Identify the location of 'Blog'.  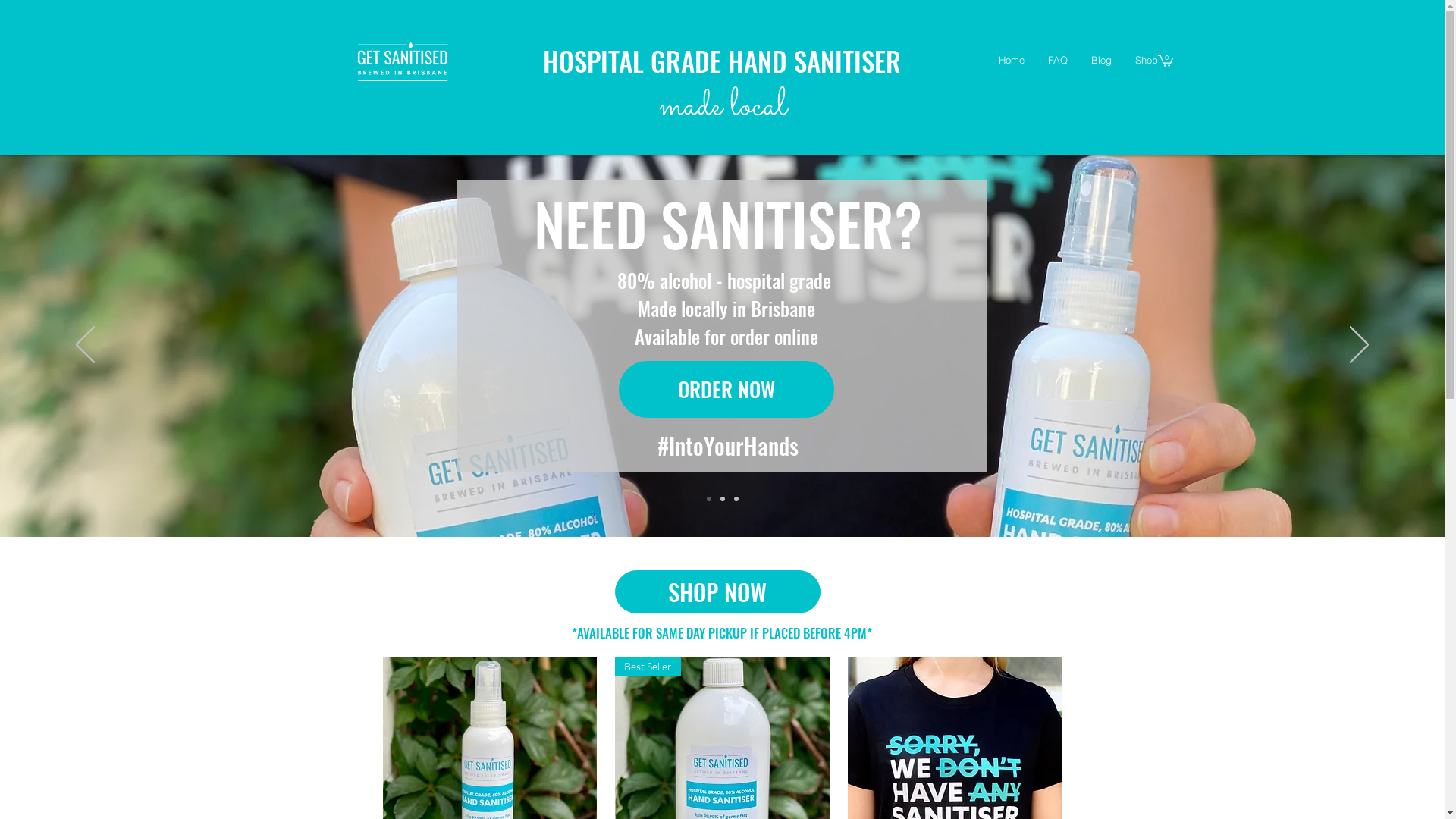
(1100, 59).